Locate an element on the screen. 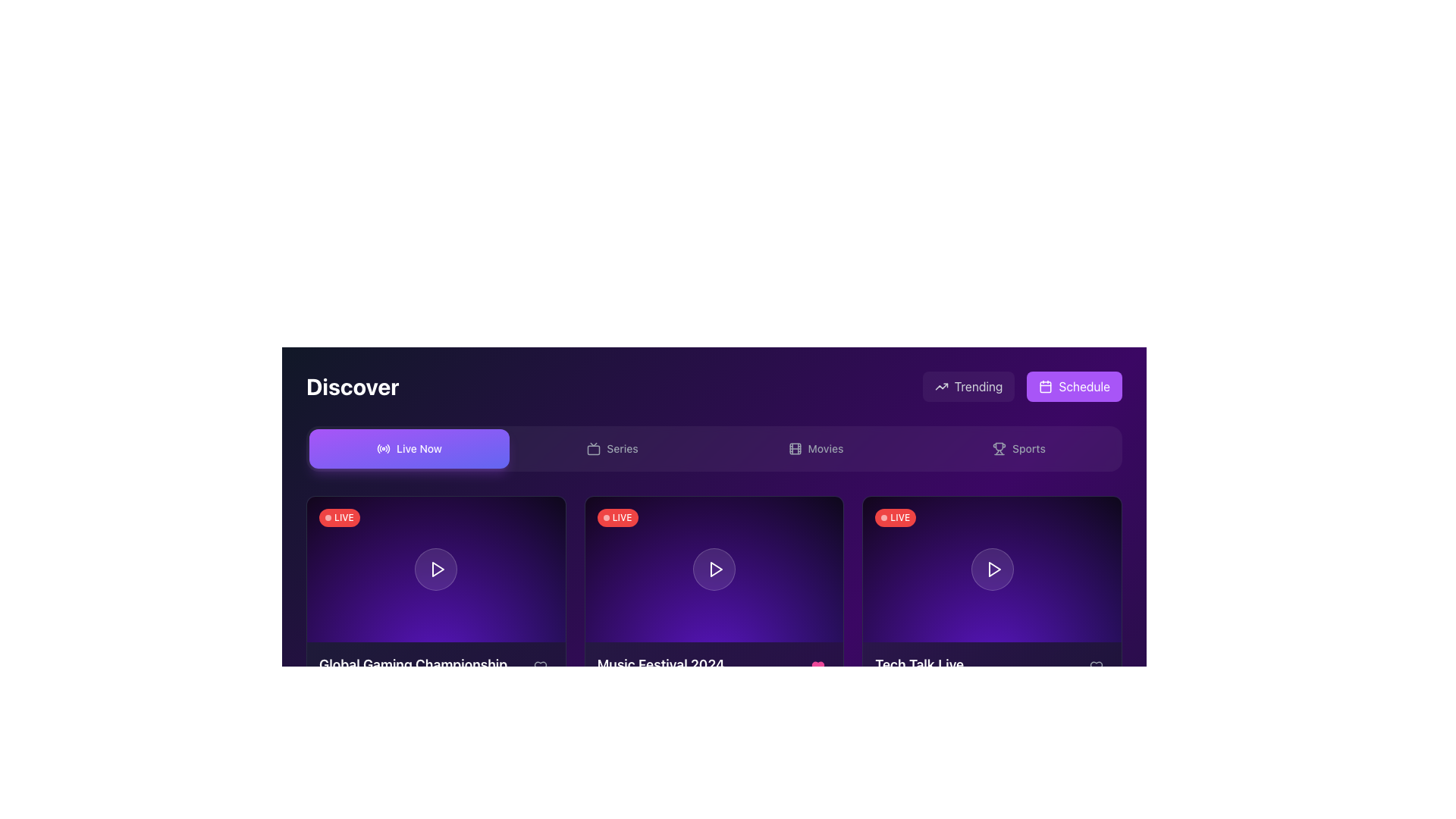 This screenshot has height=819, width=1456. the circular button with a triangular play icon, which is located is located at coordinates (992, 569).